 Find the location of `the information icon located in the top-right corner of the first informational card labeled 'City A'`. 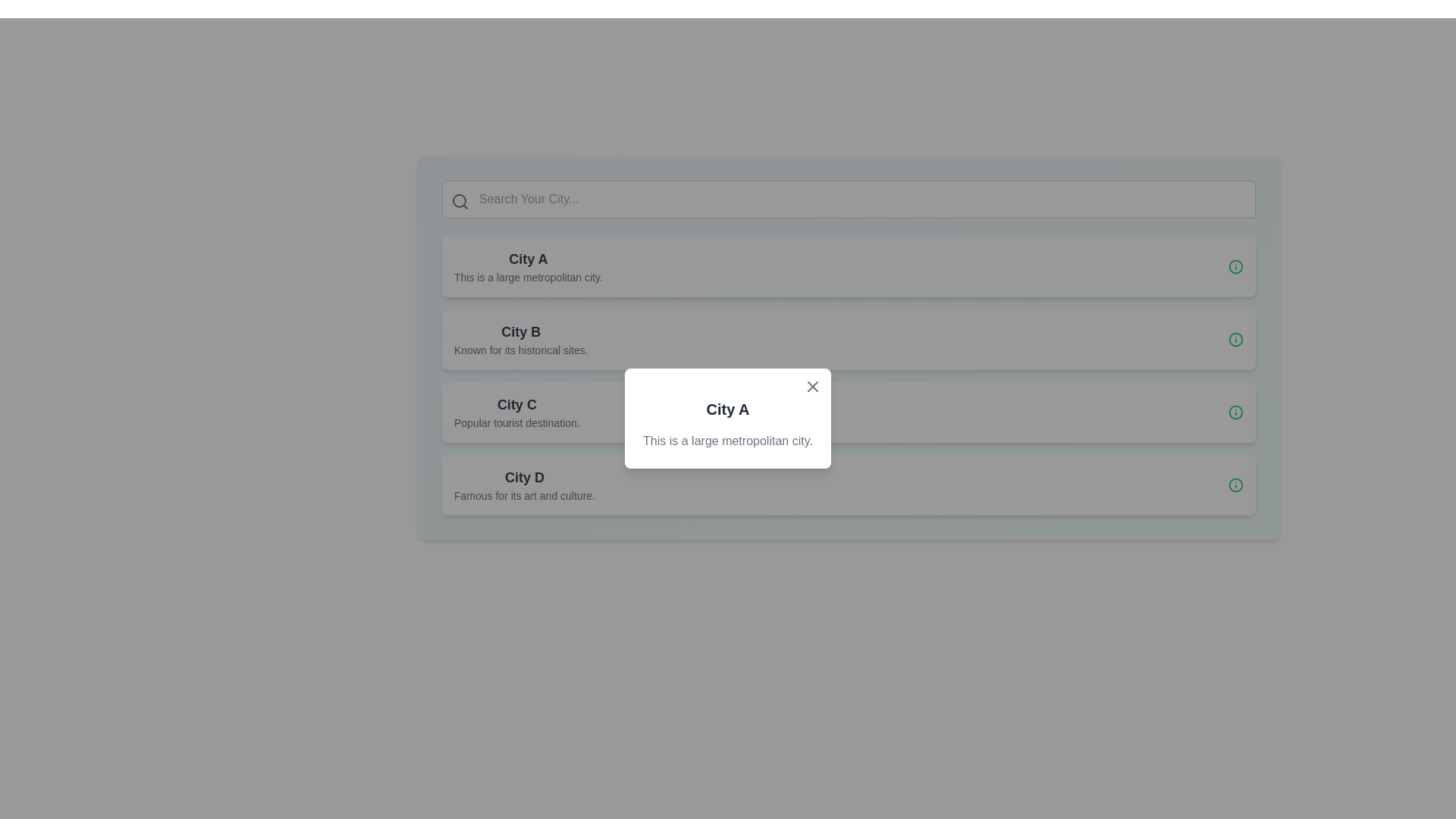

the information icon located in the top-right corner of the first informational card labeled 'City A' is located at coordinates (1236, 265).